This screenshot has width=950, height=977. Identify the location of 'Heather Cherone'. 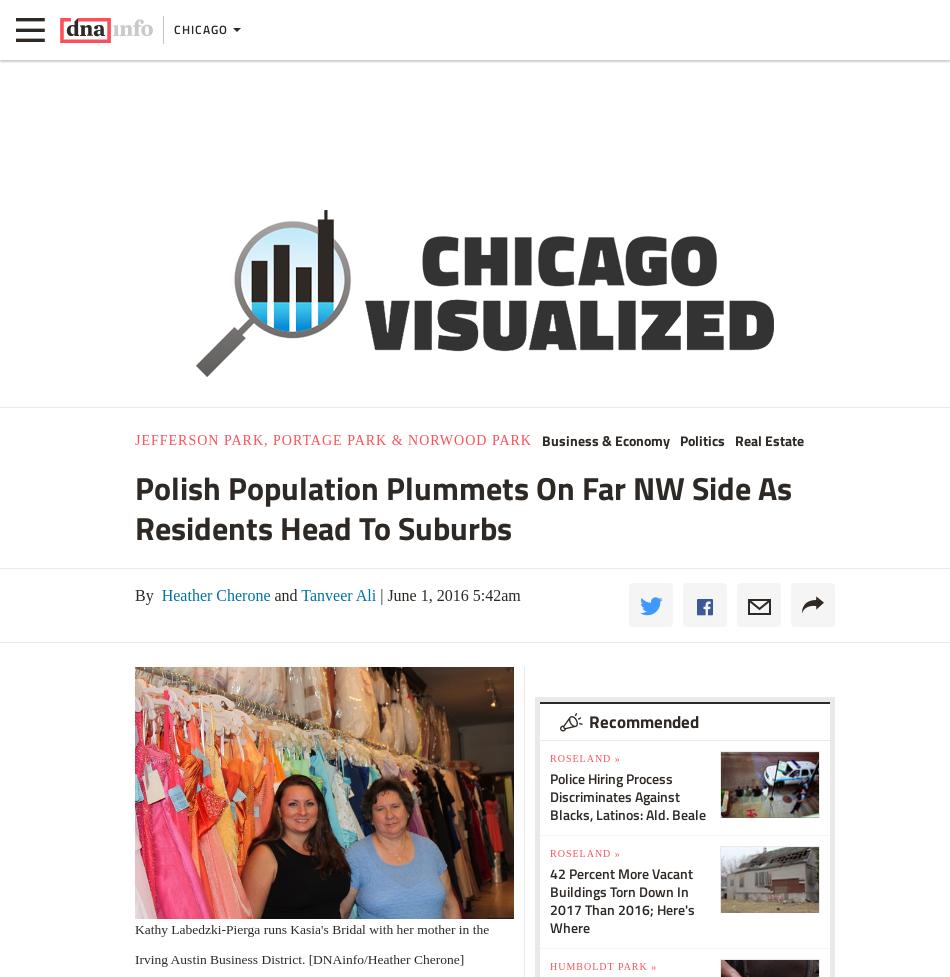
(157, 593).